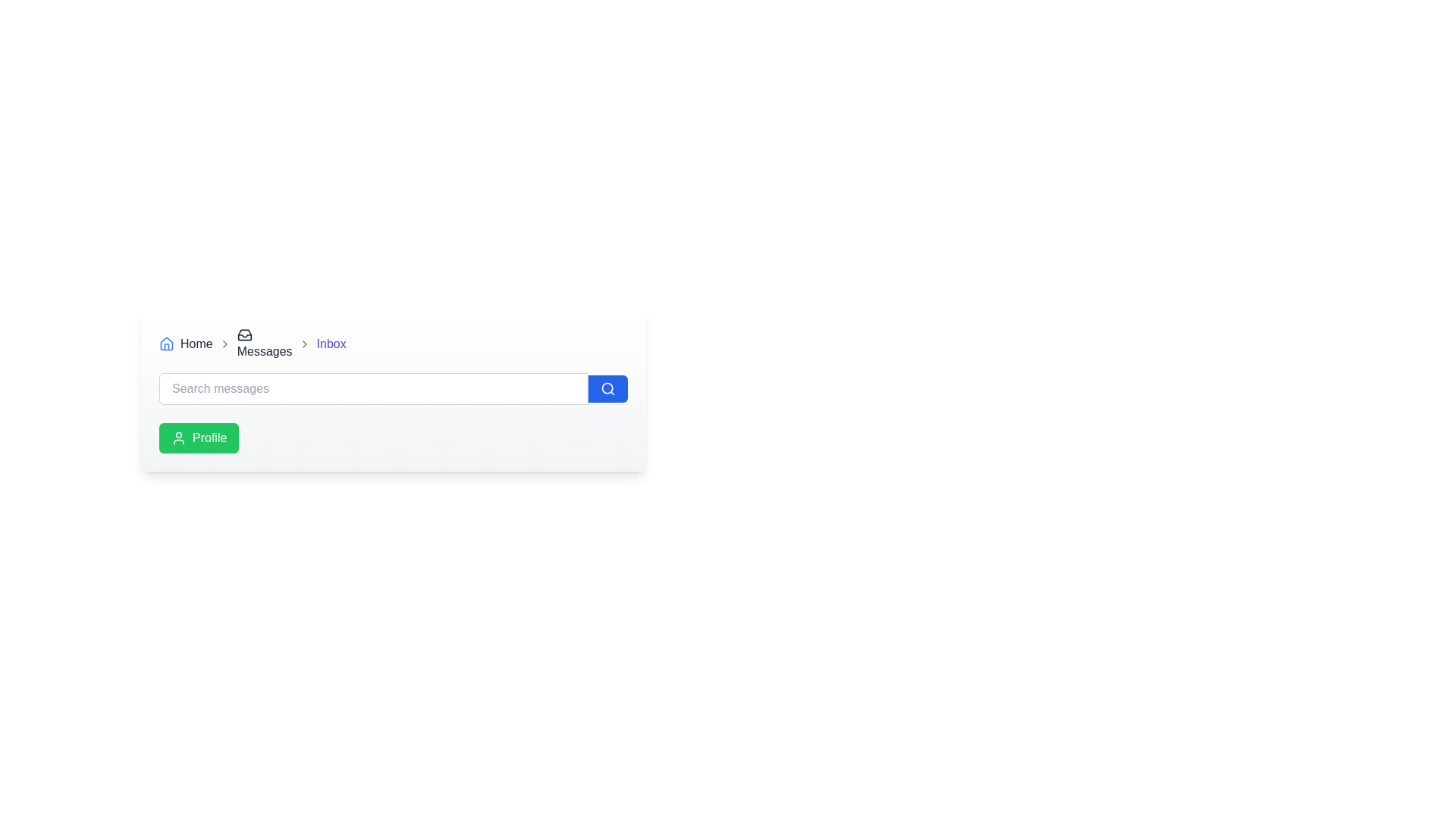 The height and width of the screenshot is (819, 1456). I want to click on the text input field styled with a light gray border and rounded corners that contains the placeholder text 'Search messages', so click(374, 388).